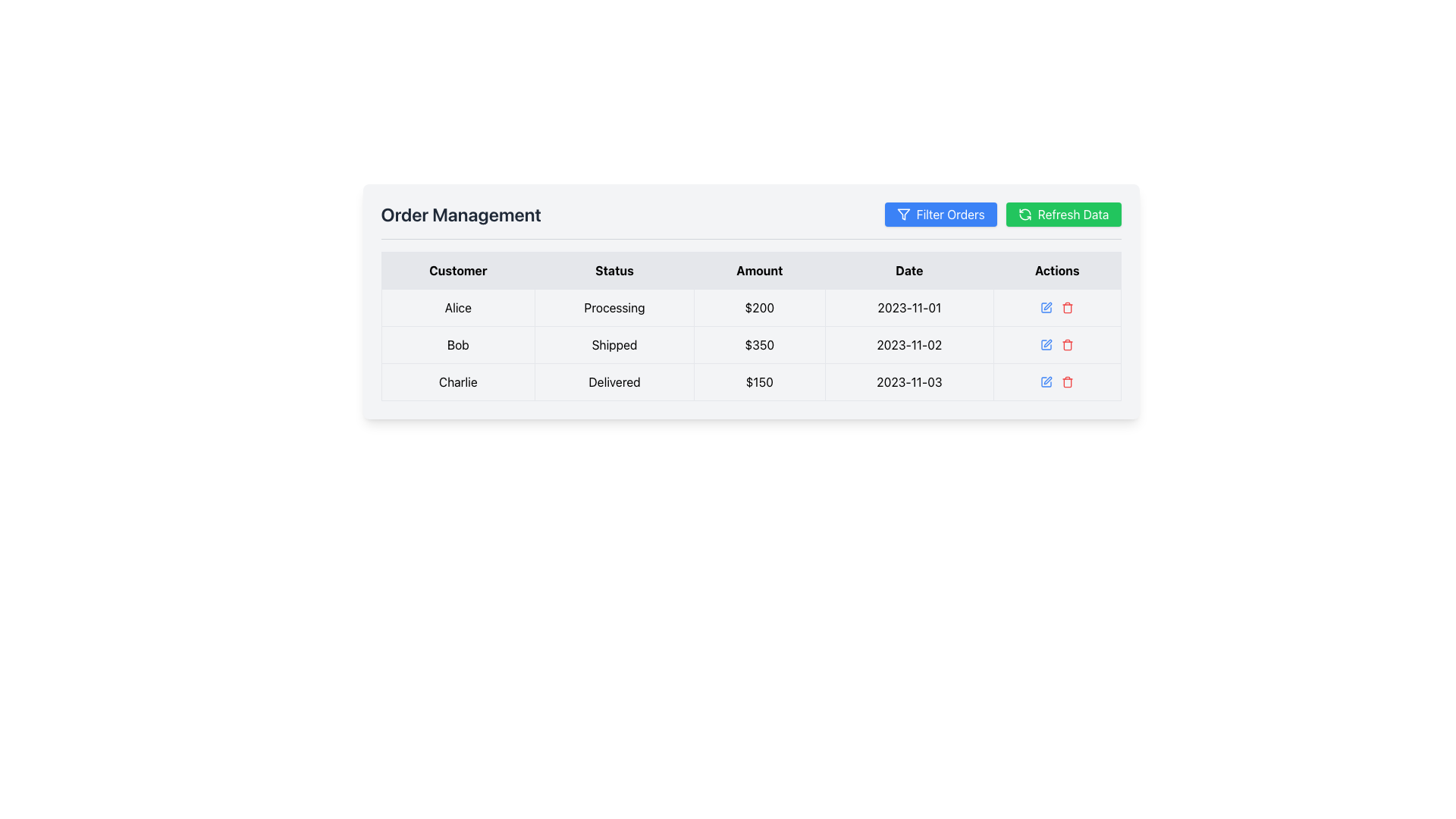 The image size is (1456, 819). What do you see at coordinates (1046, 307) in the screenshot?
I see `the Edit Icon in the Actions column of the table associated with the user 'Bob'` at bounding box center [1046, 307].